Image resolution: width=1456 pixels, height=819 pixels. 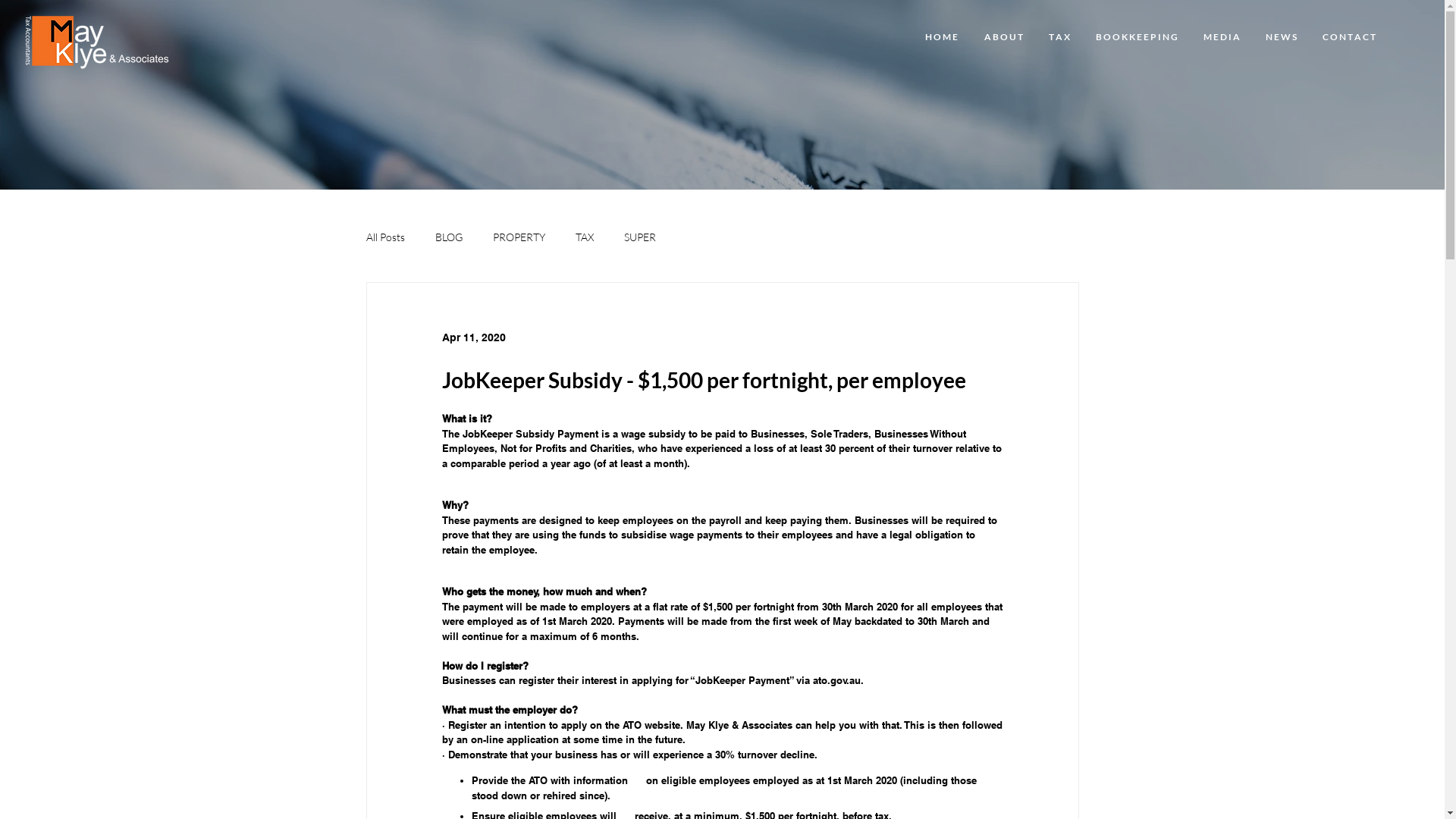 What do you see at coordinates (1222, 36) in the screenshot?
I see `'M E D I A'` at bounding box center [1222, 36].